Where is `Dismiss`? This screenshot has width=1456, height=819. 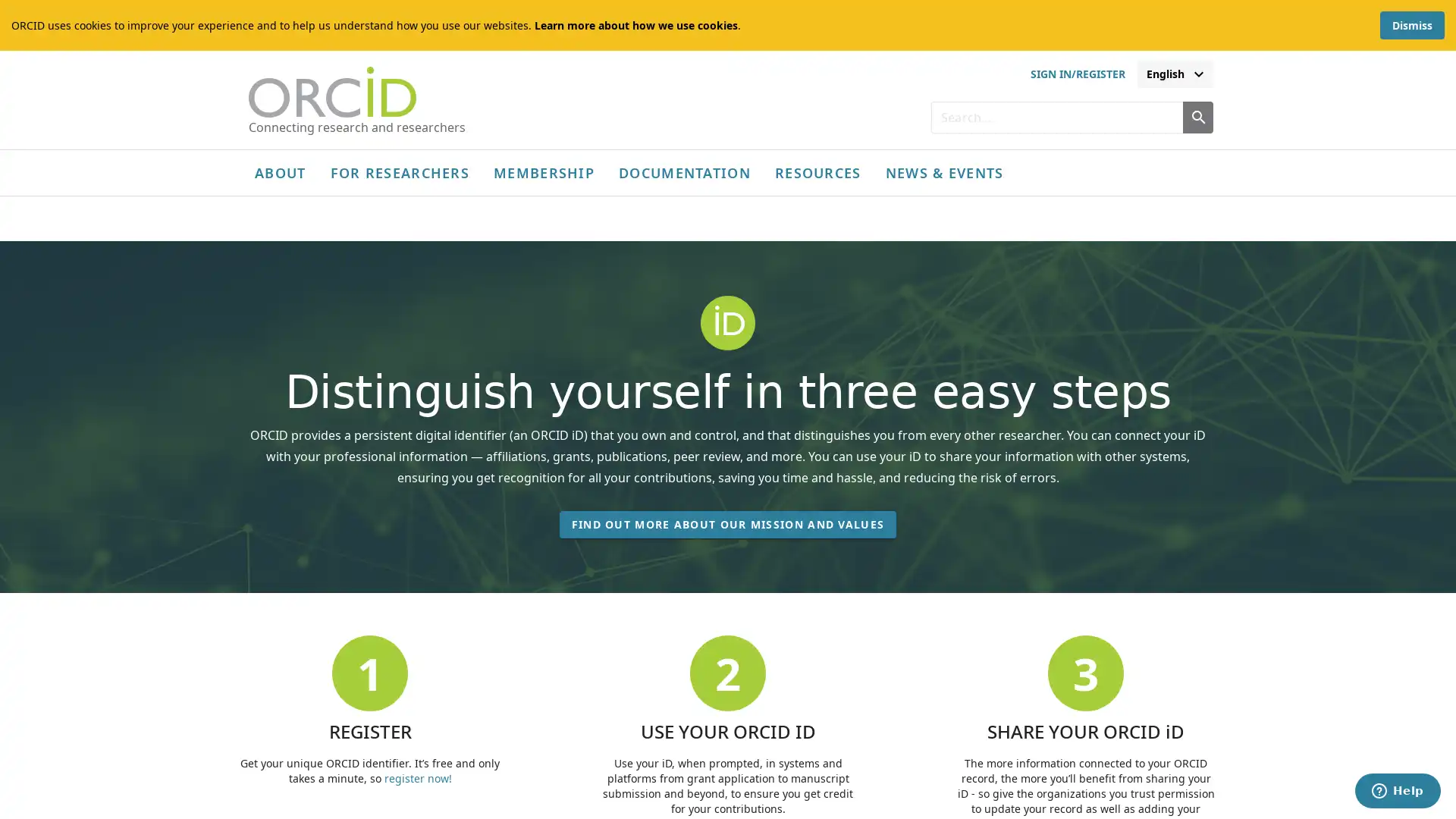
Dismiss is located at coordinates (1411, 25).